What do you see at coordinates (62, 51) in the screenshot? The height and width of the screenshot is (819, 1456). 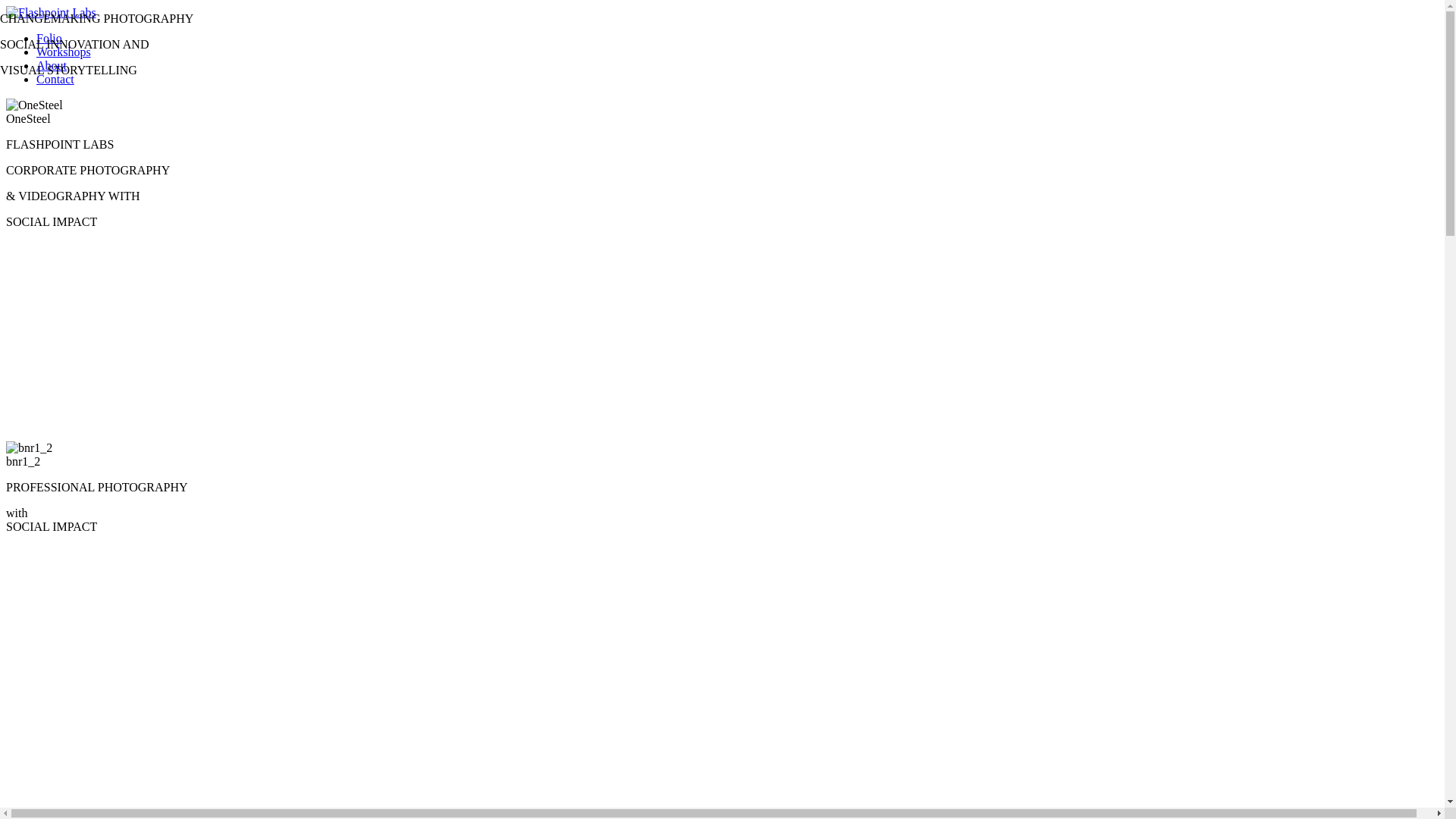 I see `'Workshops'` at bounding box center [62, 51].